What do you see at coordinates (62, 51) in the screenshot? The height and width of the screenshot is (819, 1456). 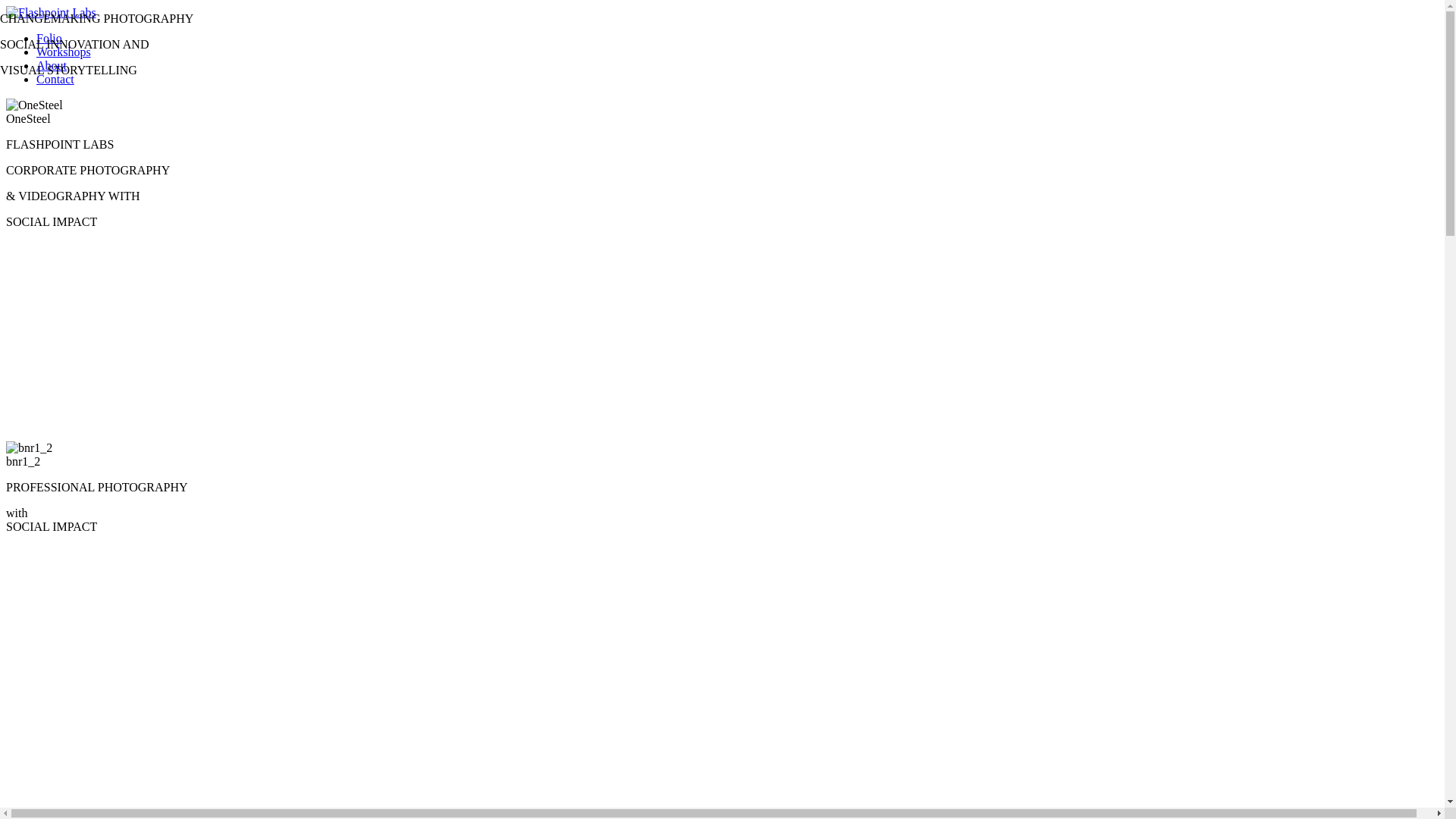 I see `'Workshops'` at bounding box center [62, 51].